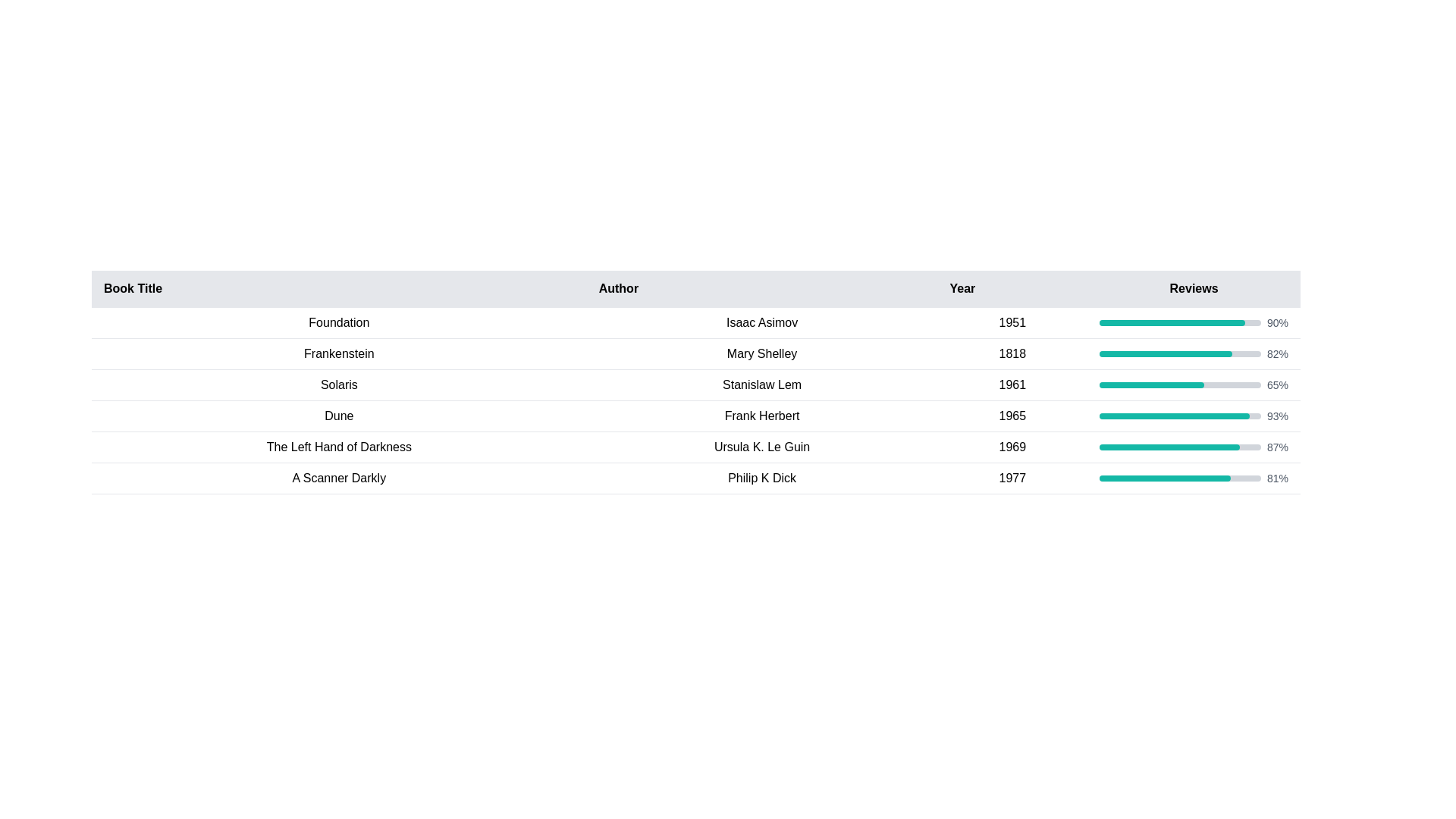  Describe the element at coordinates (762, 384) in the screenshot. I see `the author's name displayed in the second column of the row containing the book title 'Solaris'` at that location.